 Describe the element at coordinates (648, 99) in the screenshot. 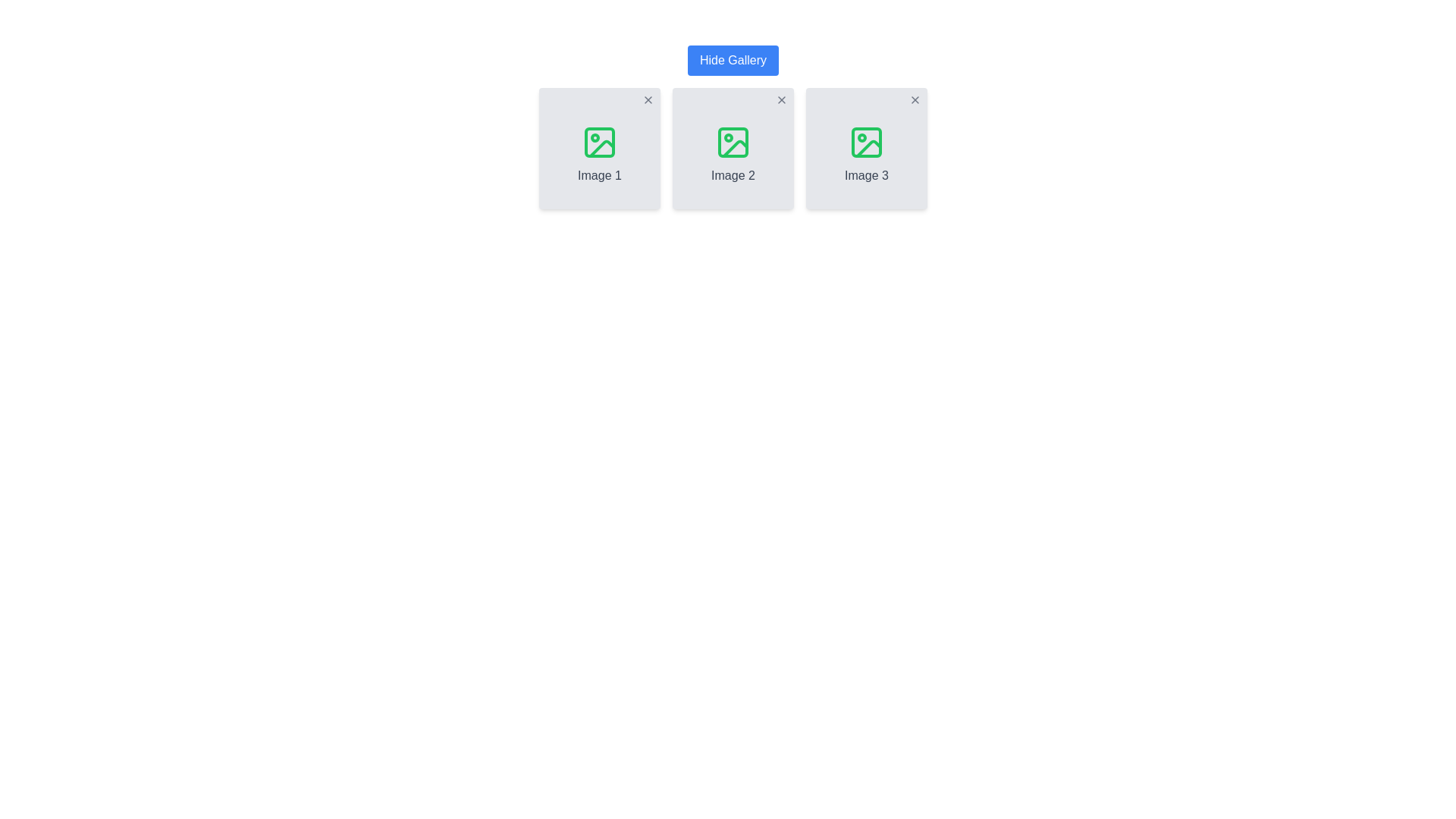

I see `the close button located at the top-right corner of the card labeled 'Image 1'` at that location.